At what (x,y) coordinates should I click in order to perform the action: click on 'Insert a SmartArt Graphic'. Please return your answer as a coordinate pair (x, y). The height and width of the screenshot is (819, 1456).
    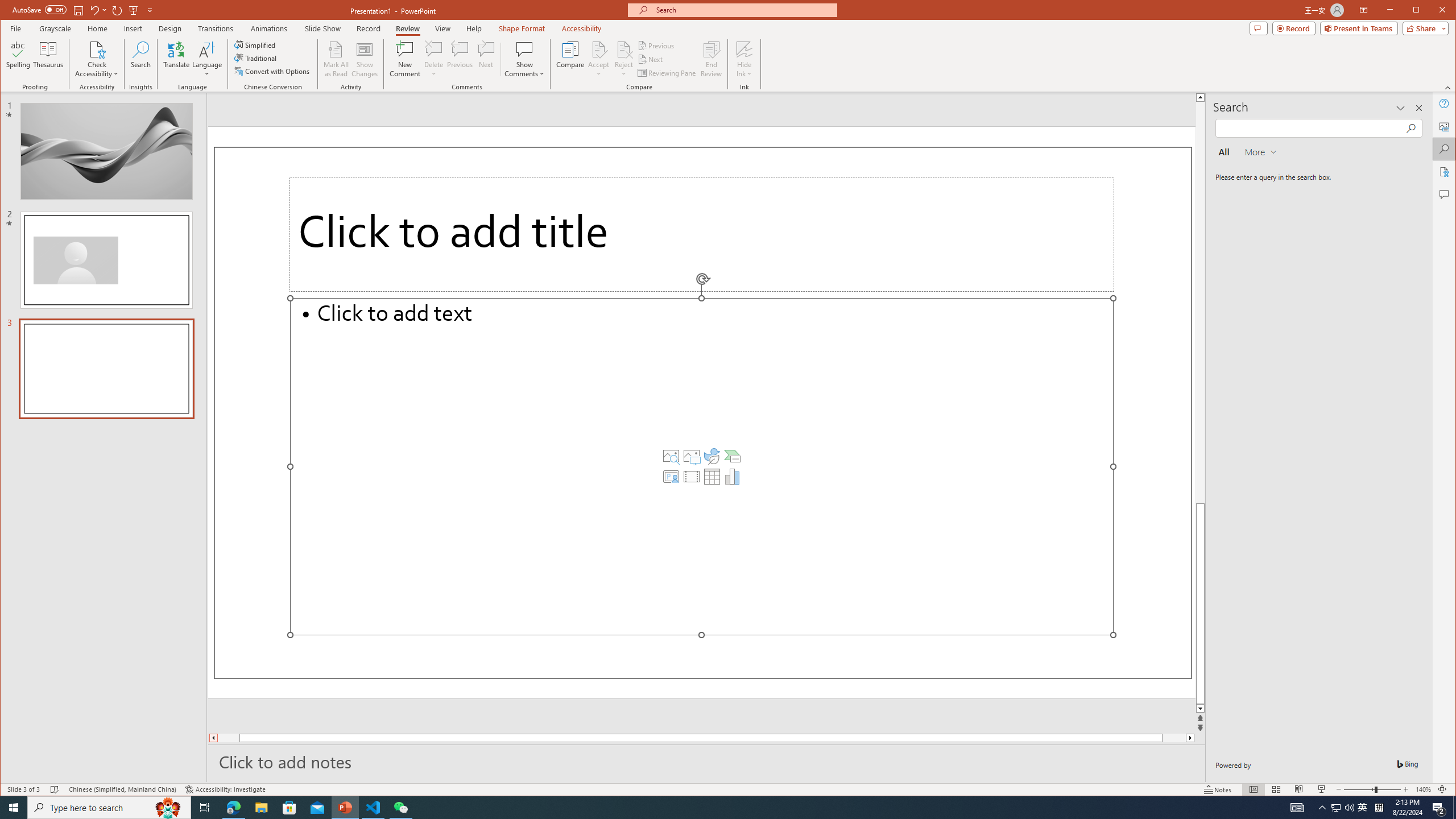
    Looking at the image, I should click on (732, 456).